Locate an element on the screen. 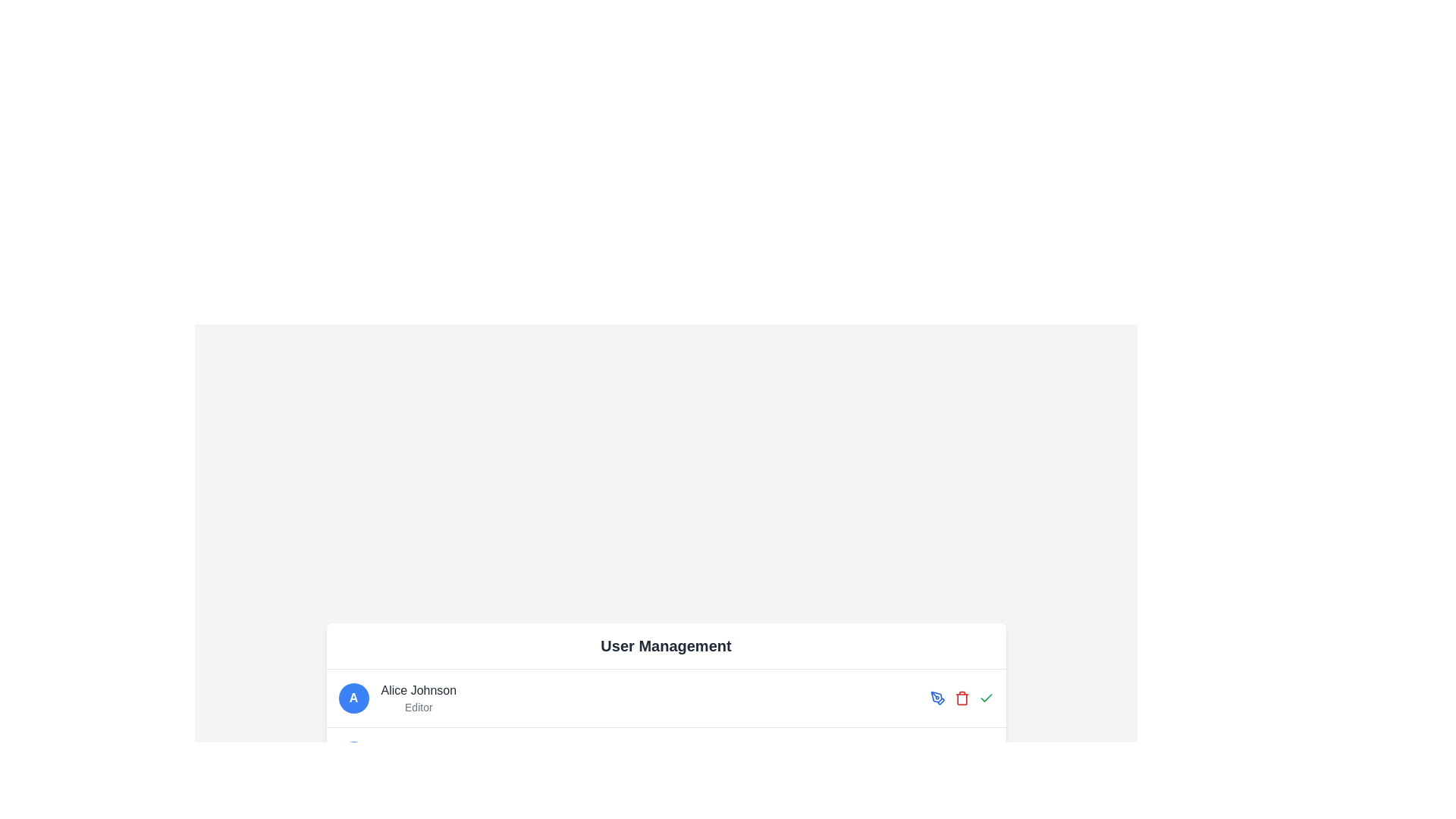 Image resolution: width=1456 pixels, height=819 pixels. the User Profile Display located at the top-left corner of the row is located at coordinates (397, 698).